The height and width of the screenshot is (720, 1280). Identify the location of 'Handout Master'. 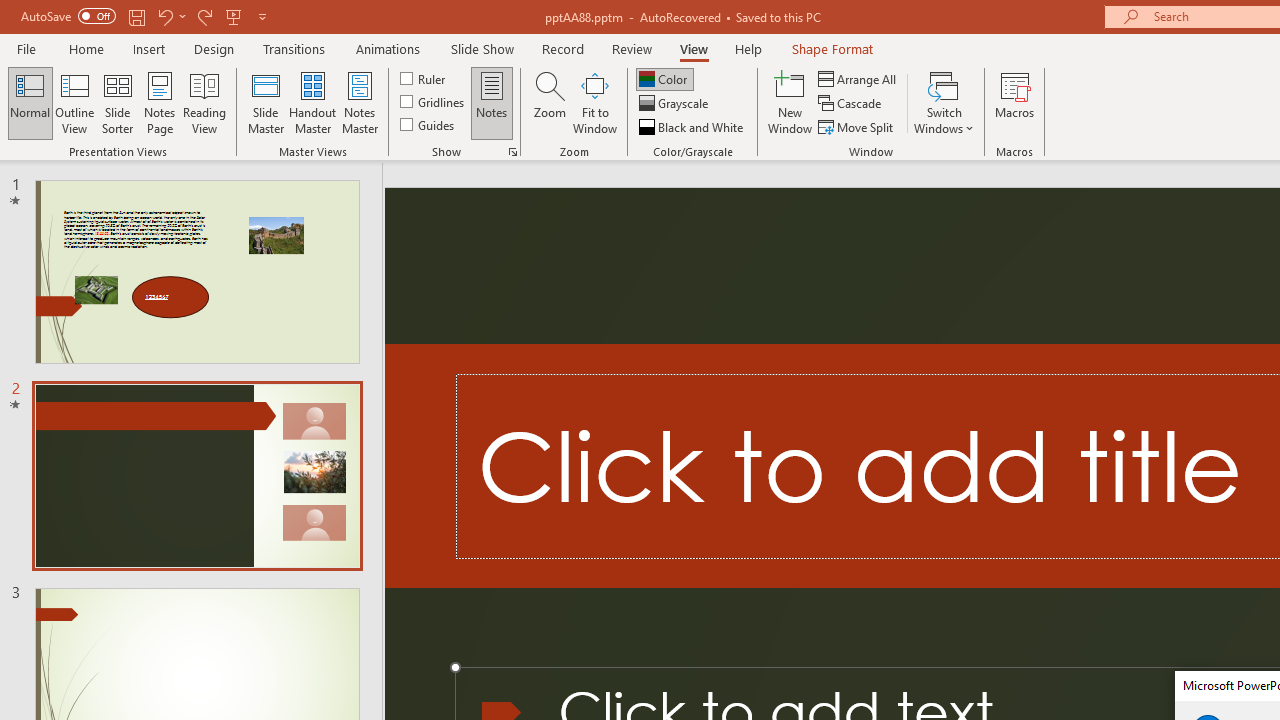
(311, 103).